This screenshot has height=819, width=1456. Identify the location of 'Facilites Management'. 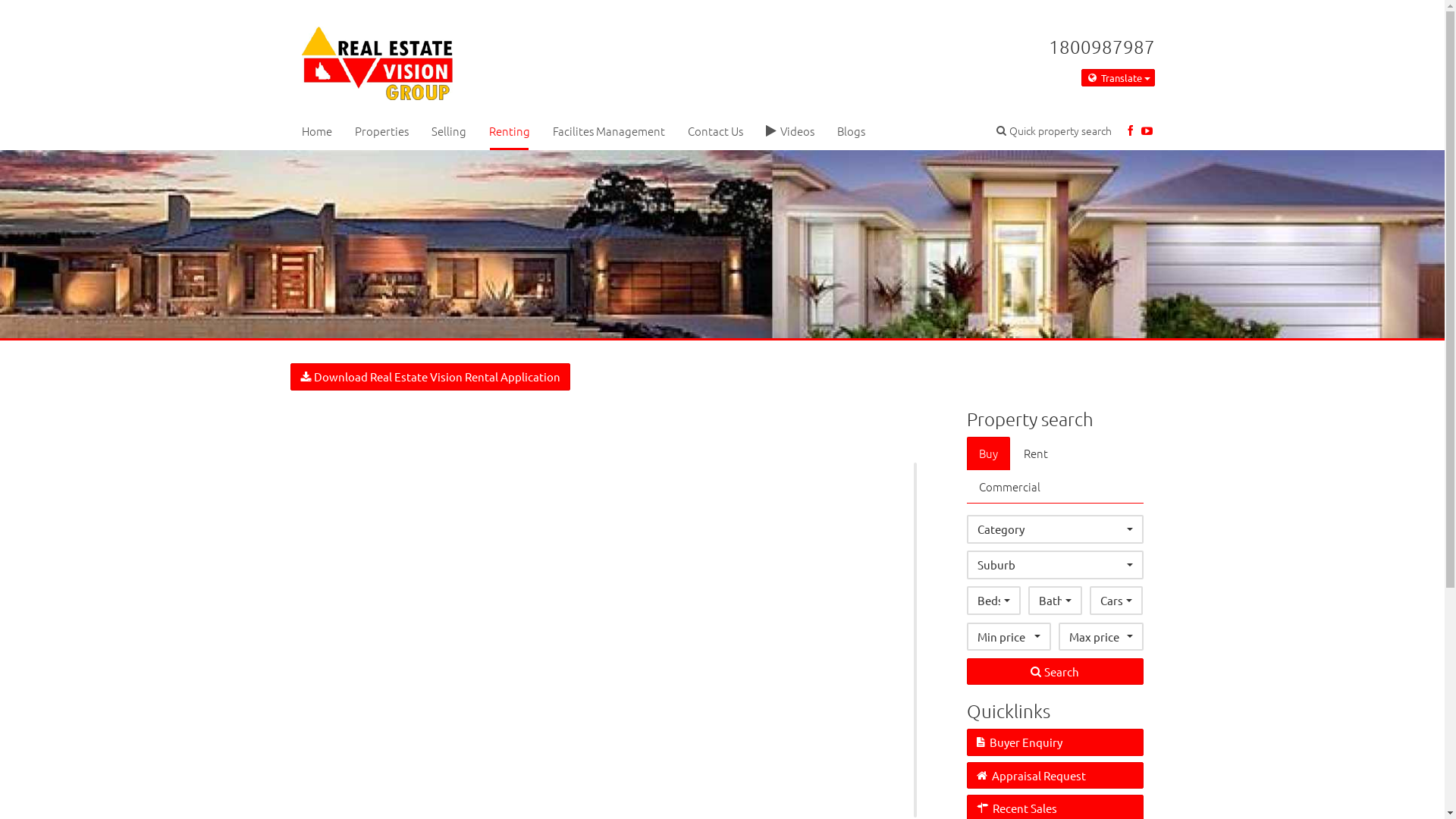
(541, 130).